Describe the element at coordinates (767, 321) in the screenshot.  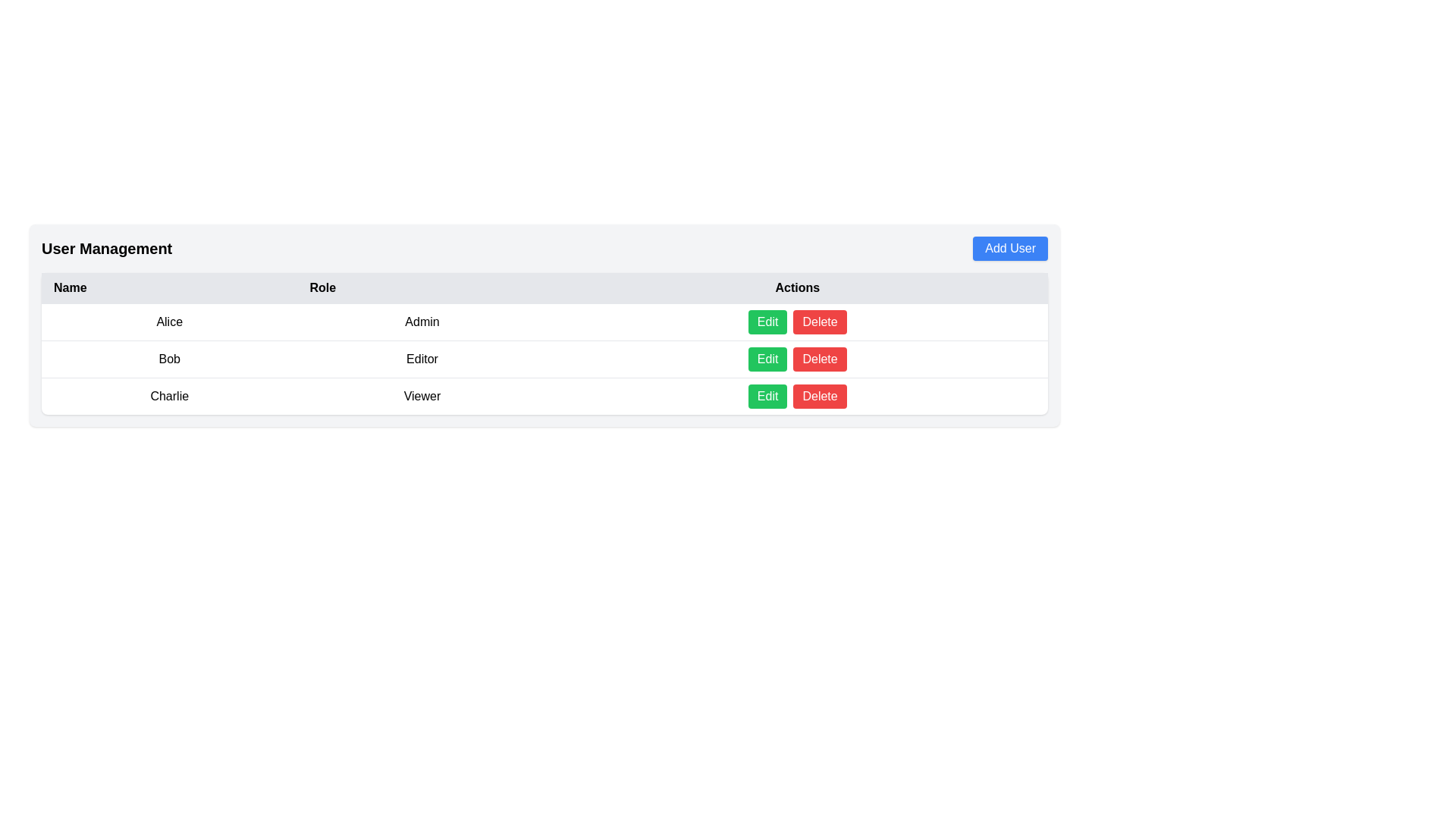
I see `the edit button located in the first column of the last row of the table, positioned directly to the left of the red 'Delete' button` at that location.